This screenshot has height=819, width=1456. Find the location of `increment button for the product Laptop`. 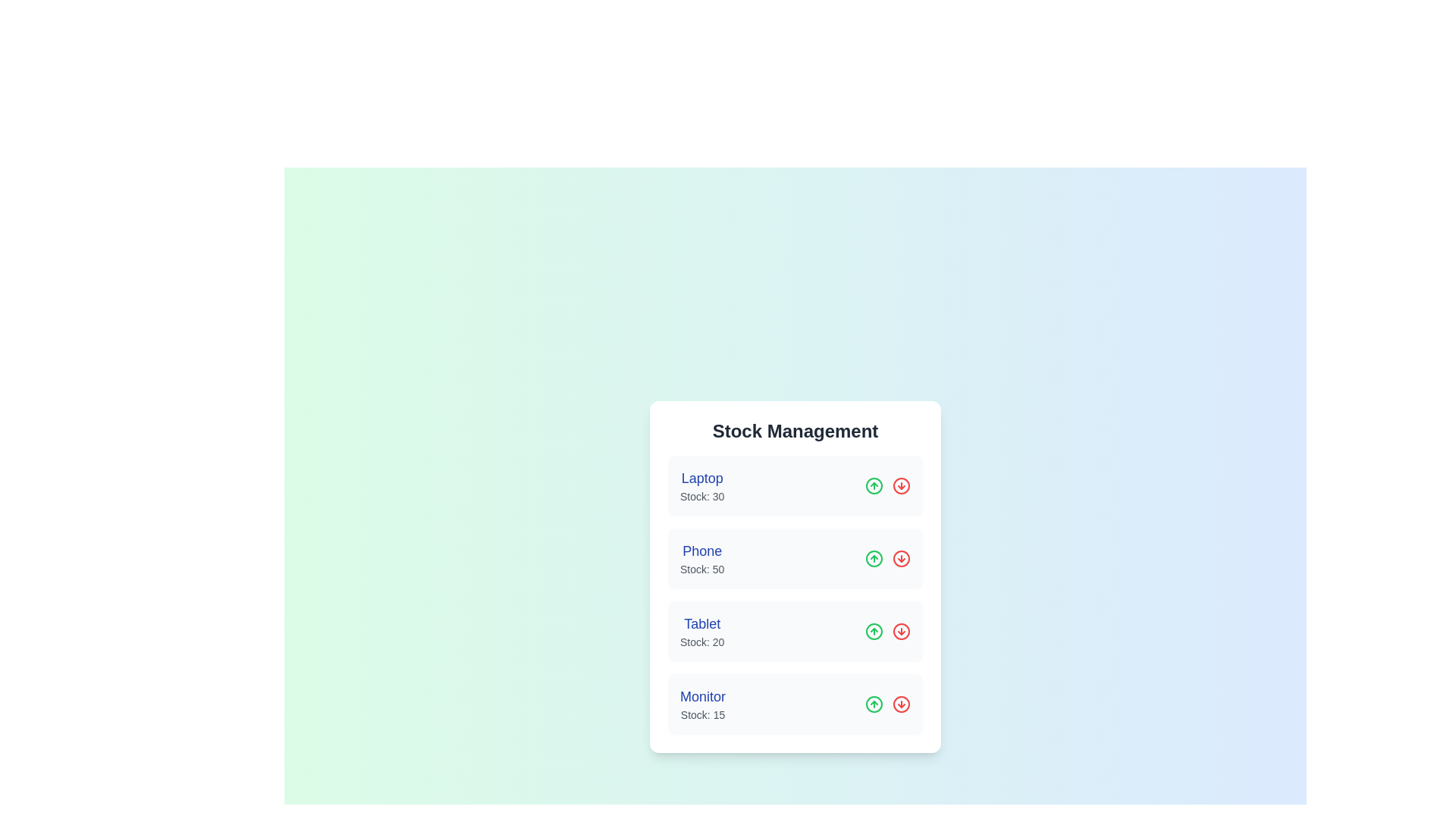

increment button for the product Laptop is located at coordinates (874, 485).